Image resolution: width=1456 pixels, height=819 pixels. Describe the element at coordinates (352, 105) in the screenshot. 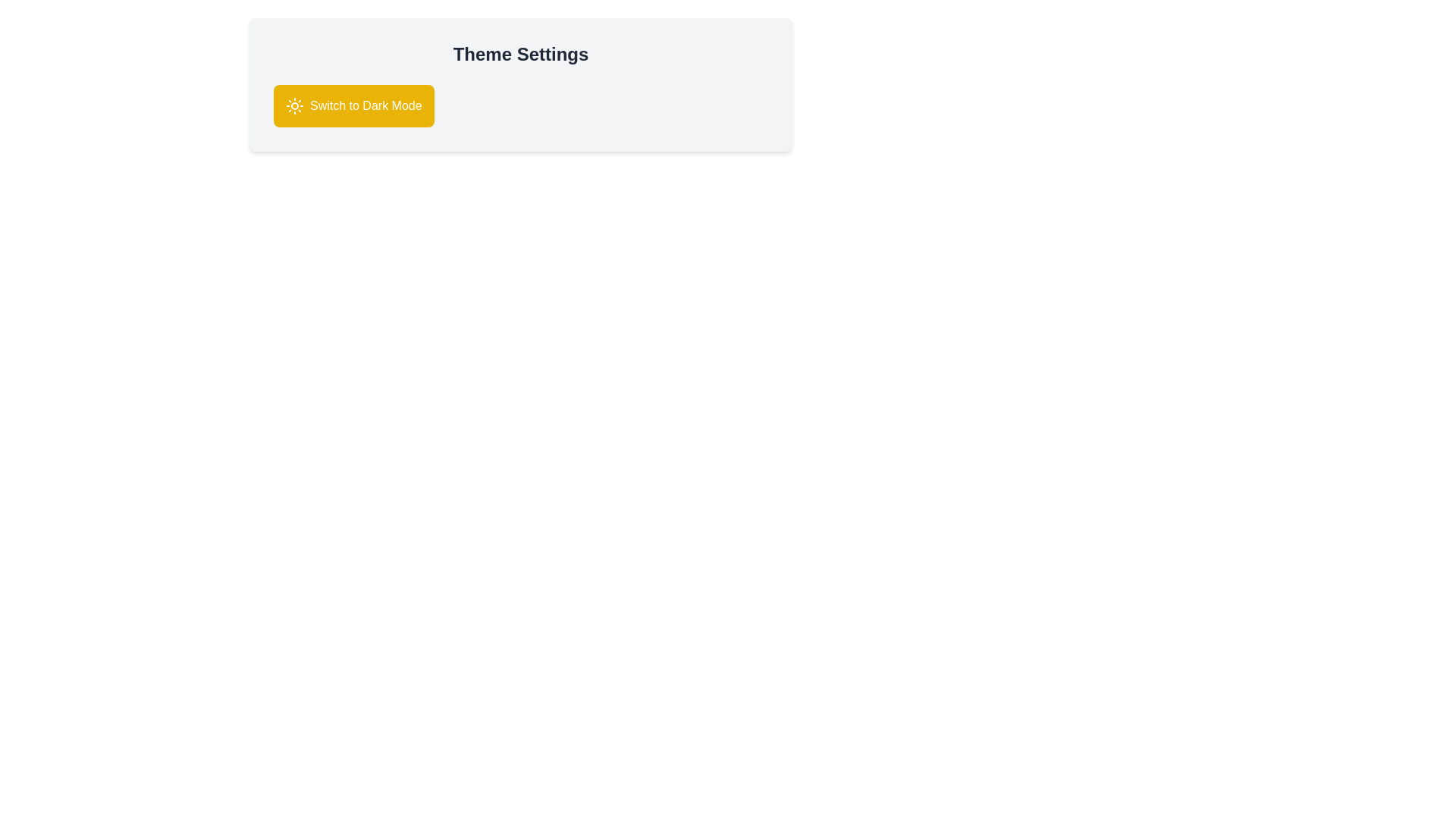

I see `the 'Switch to Dark Mode' button to toggle the theme` at that location.